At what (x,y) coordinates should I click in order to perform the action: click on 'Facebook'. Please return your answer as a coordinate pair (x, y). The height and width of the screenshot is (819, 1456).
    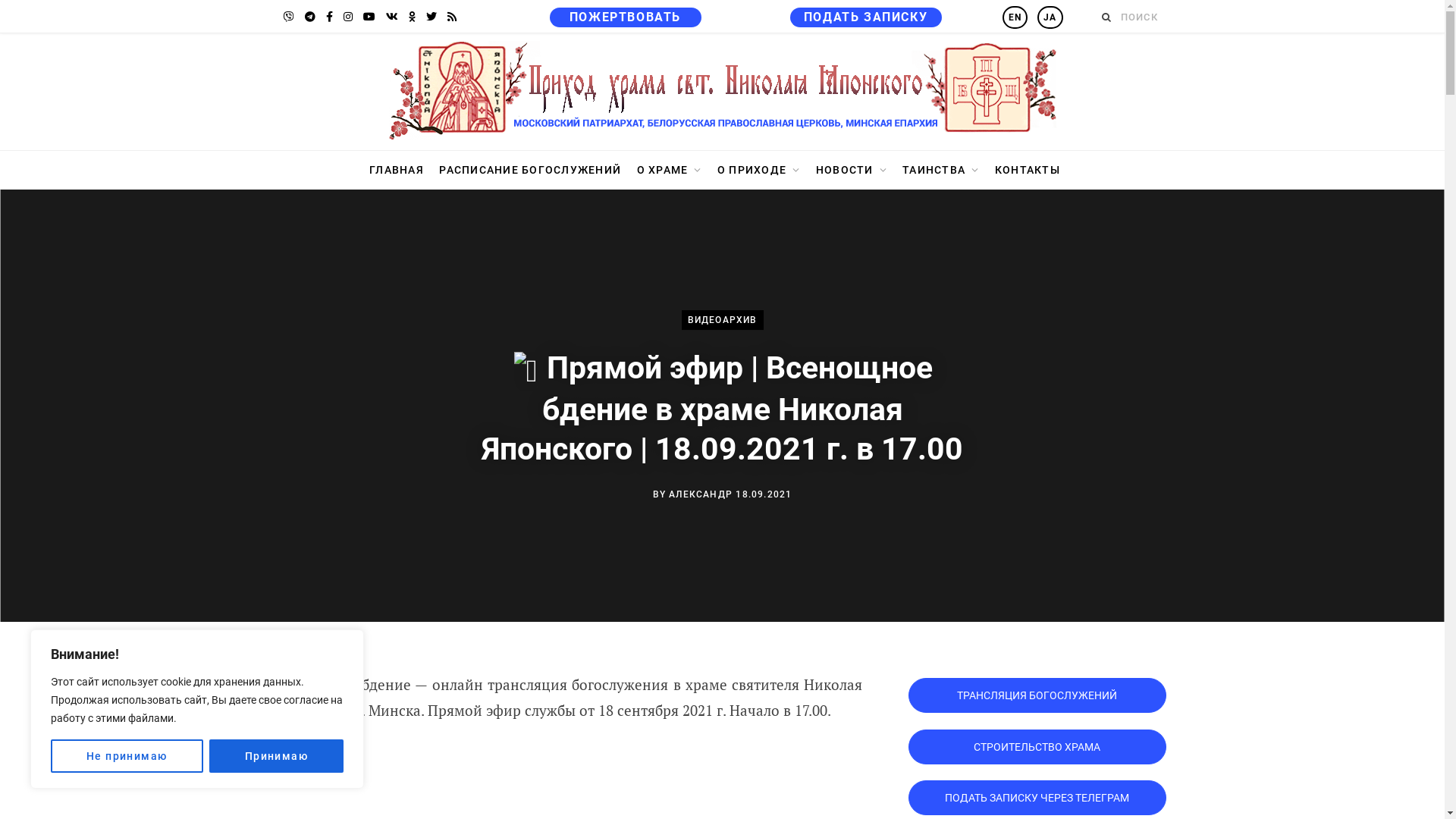
    Looking at the image, I should click on (320, 17).